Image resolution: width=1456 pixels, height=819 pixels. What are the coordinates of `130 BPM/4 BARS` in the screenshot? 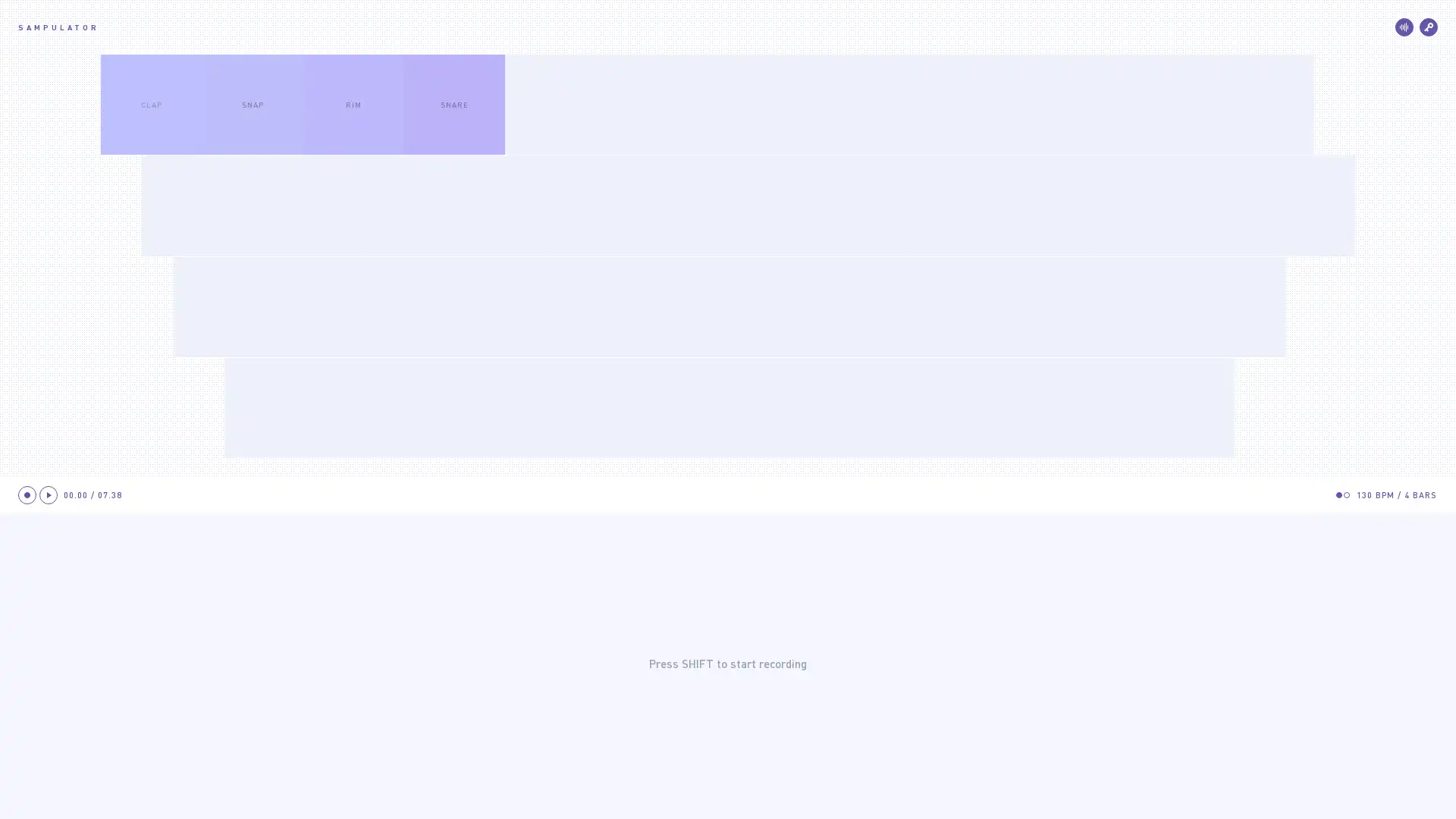 It's located at (1396, 494).